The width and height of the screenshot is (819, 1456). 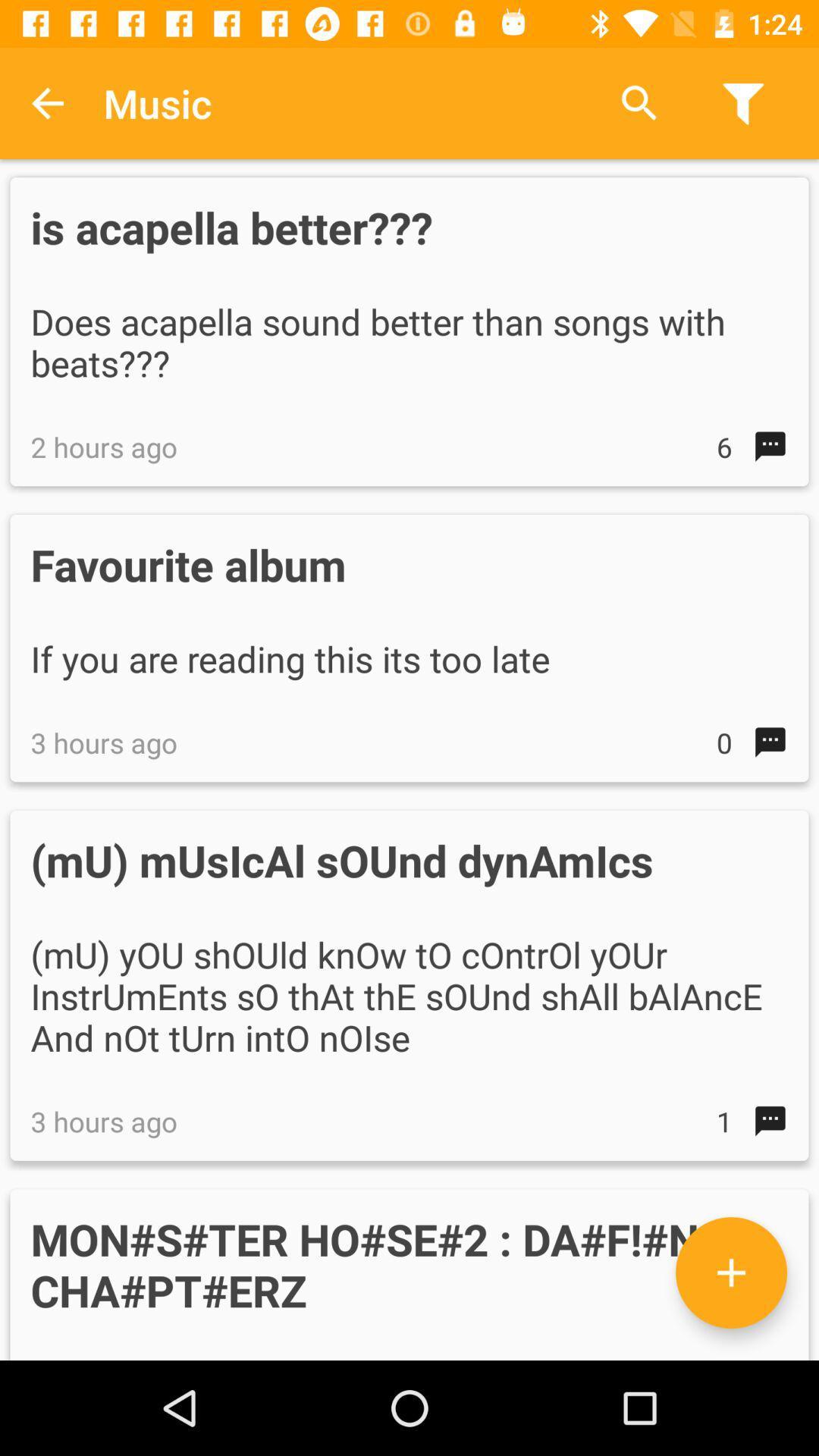 I want to click on the icon above the these are the icon, so click(x=730, y=1272).